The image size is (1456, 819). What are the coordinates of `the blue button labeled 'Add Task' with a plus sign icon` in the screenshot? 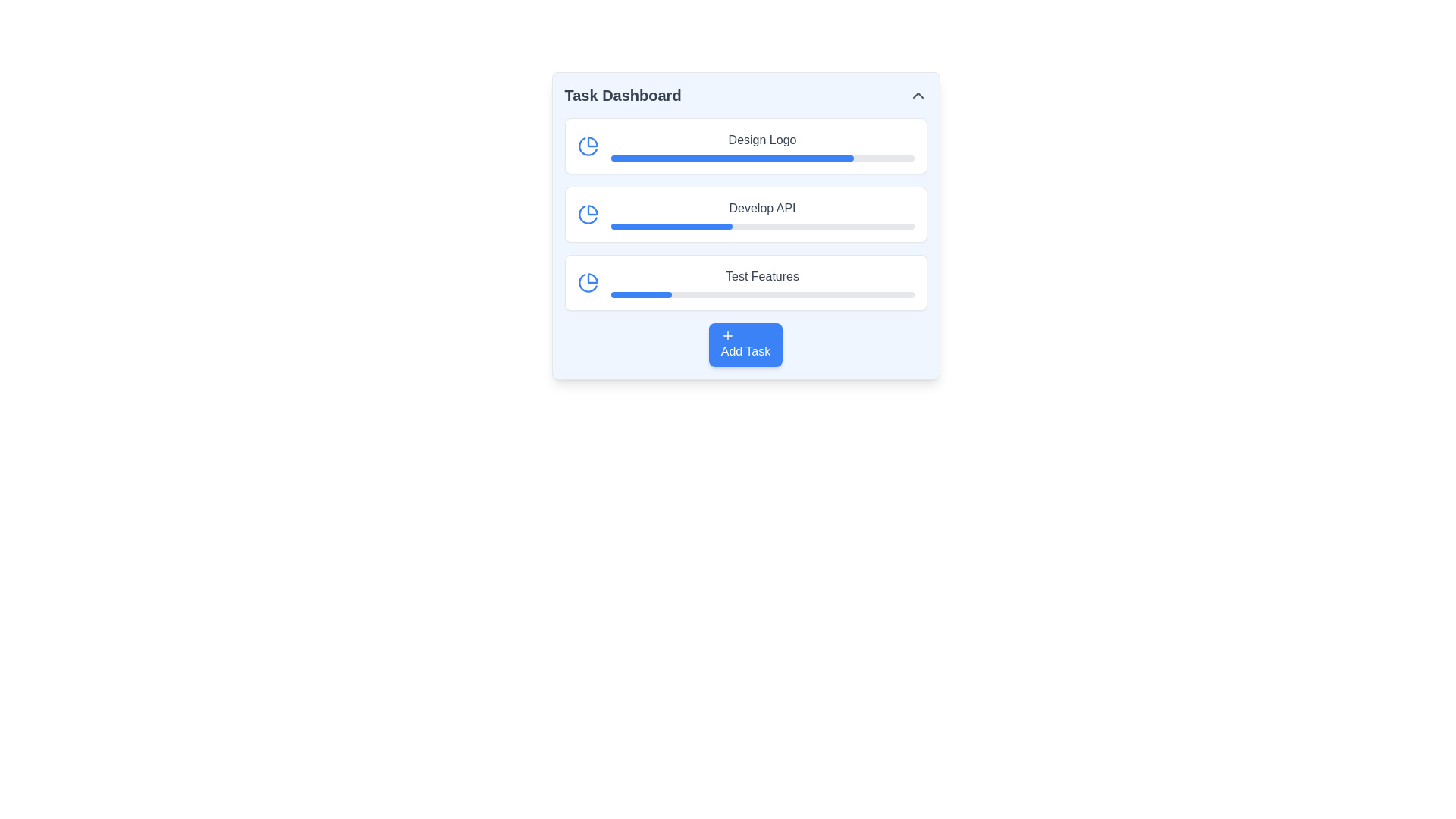 It's located at (745, 345).